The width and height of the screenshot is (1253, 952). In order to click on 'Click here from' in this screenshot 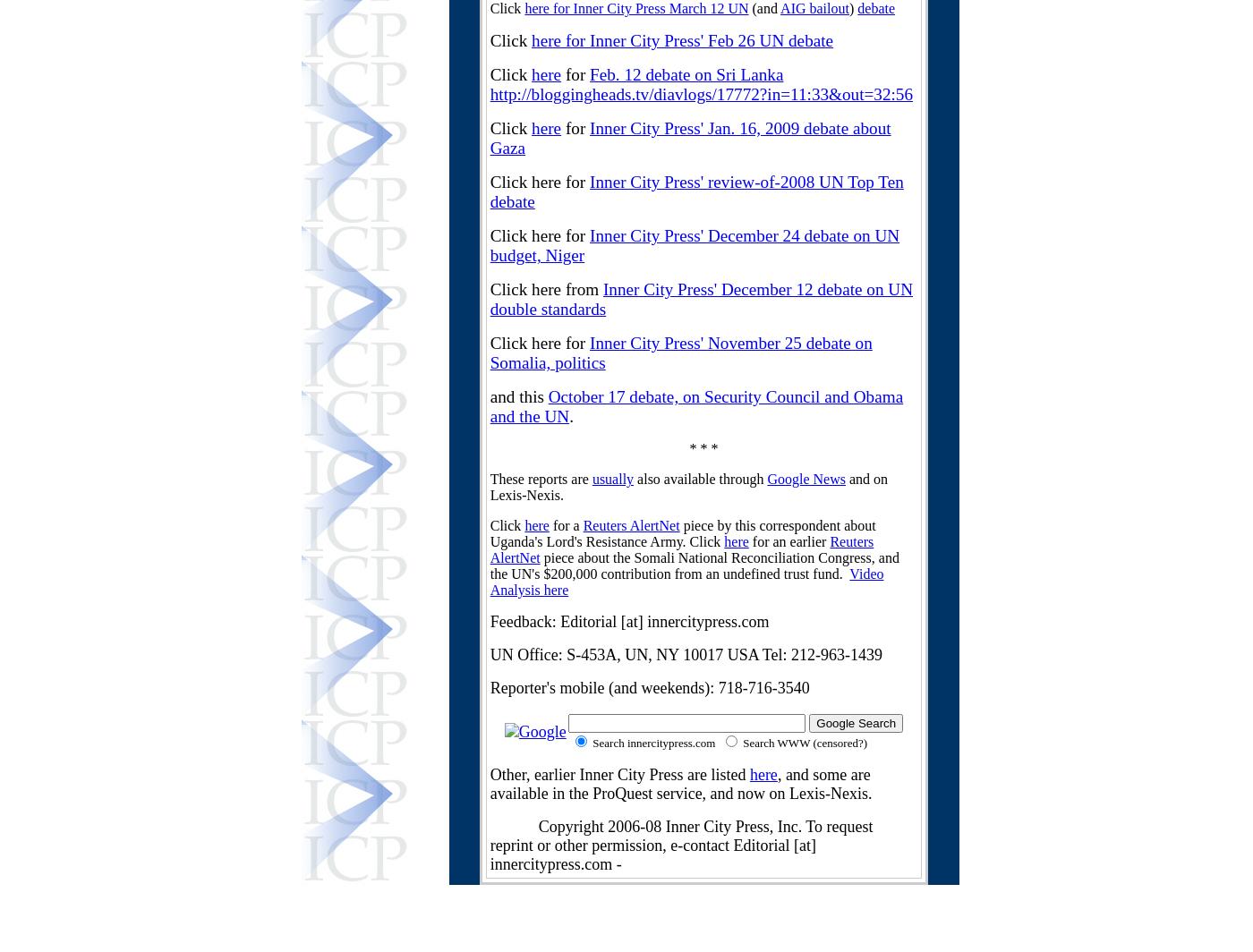, I will do `click(545, 289)`.